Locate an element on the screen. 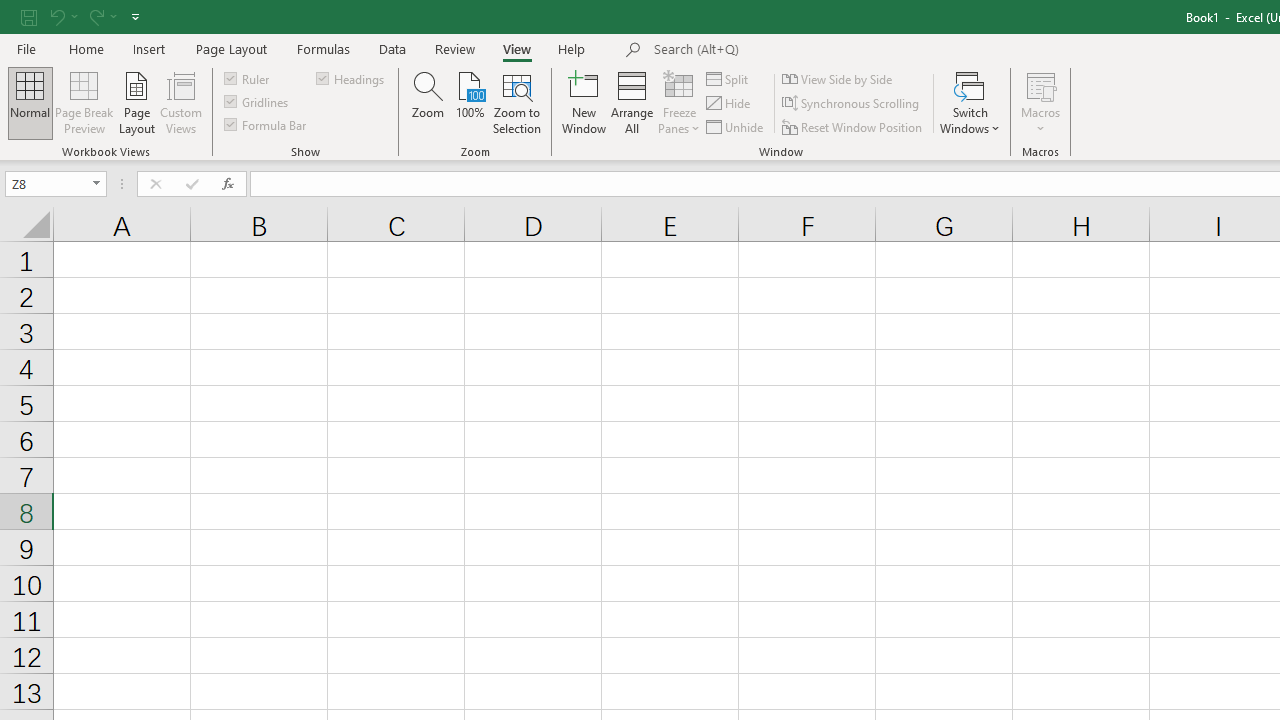  'Unhide...' is located at coordinates (735, 127).